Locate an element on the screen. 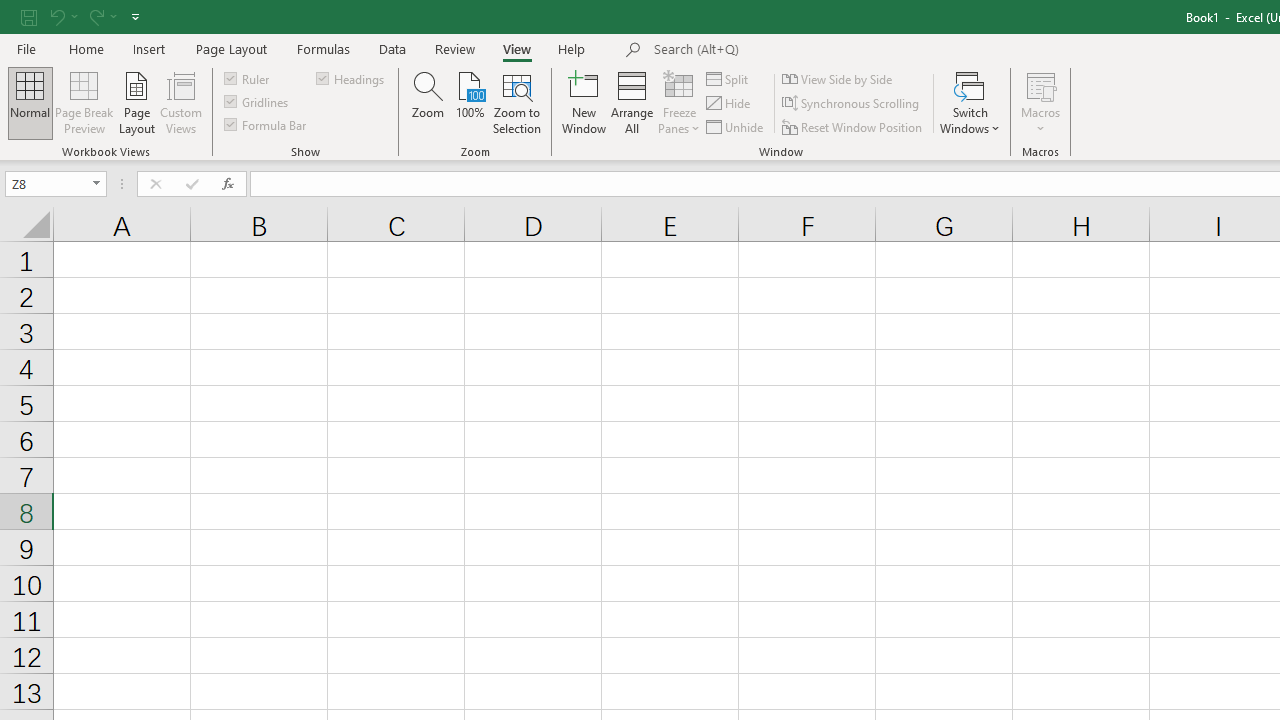  'Unhide...' is located at coordinates (735, 127).